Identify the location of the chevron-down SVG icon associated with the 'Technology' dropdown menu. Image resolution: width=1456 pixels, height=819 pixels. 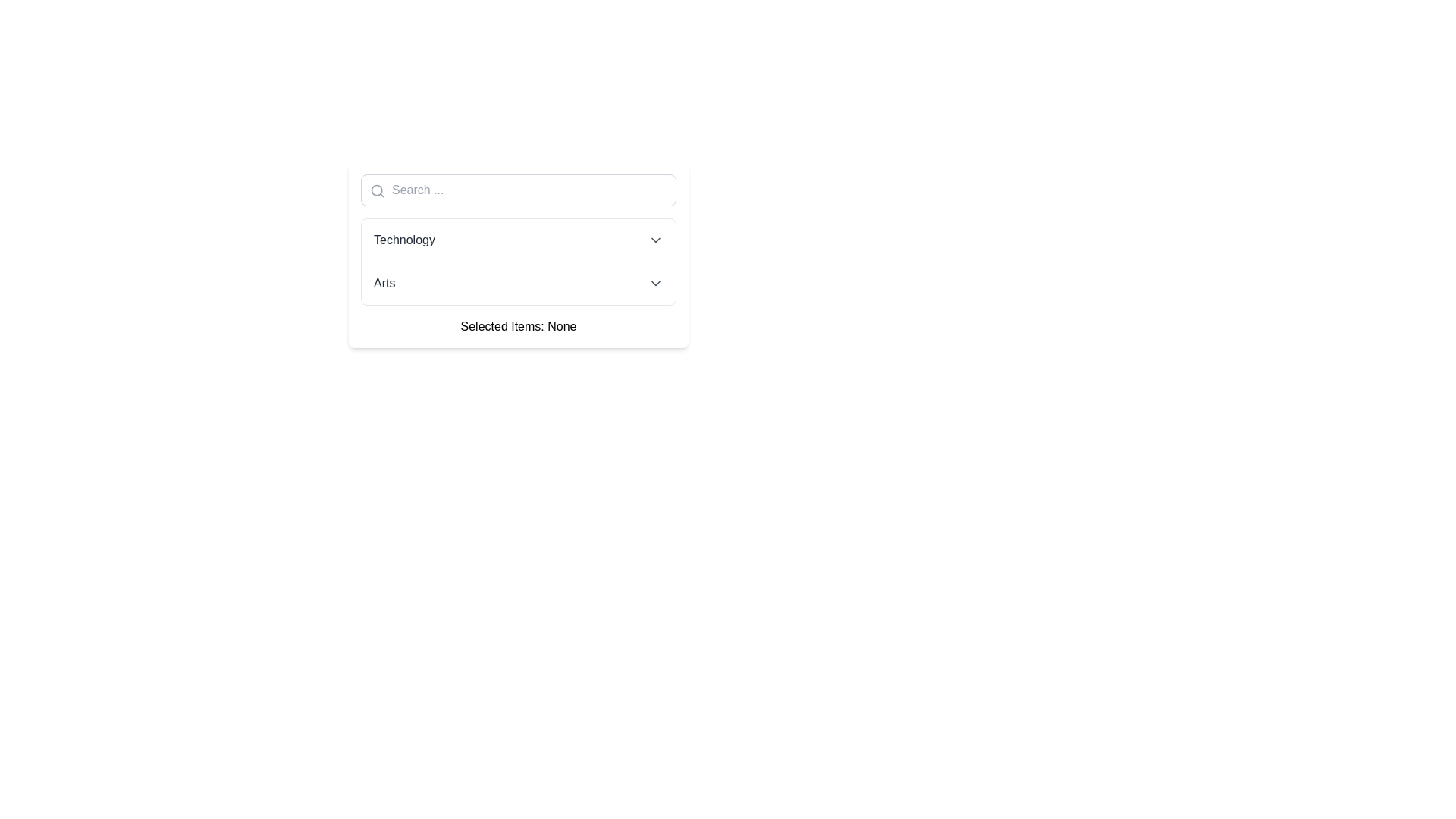
(655, 239).